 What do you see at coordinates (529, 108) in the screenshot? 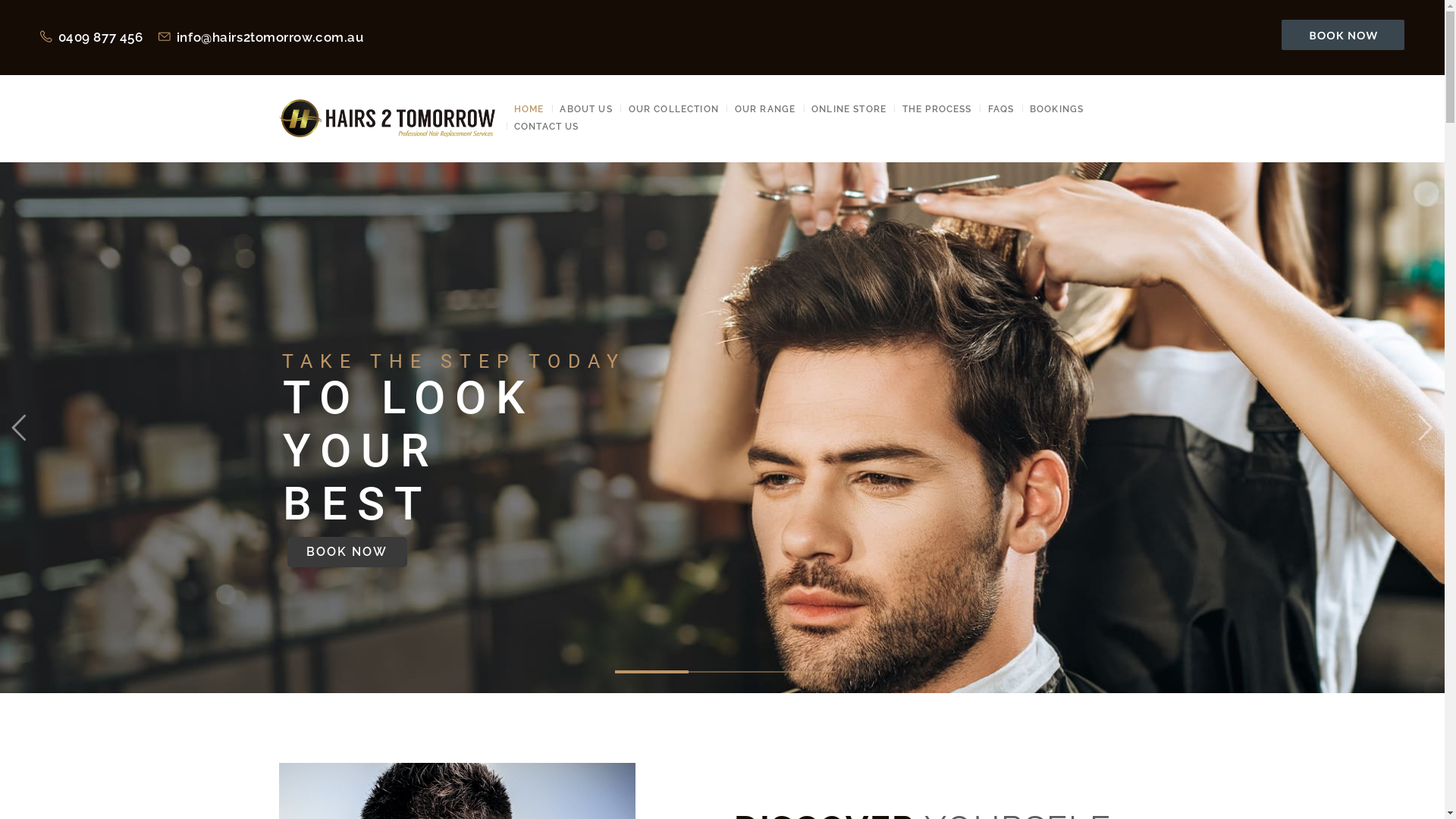
I see `'HOME'` at bounding box center [529, 108].